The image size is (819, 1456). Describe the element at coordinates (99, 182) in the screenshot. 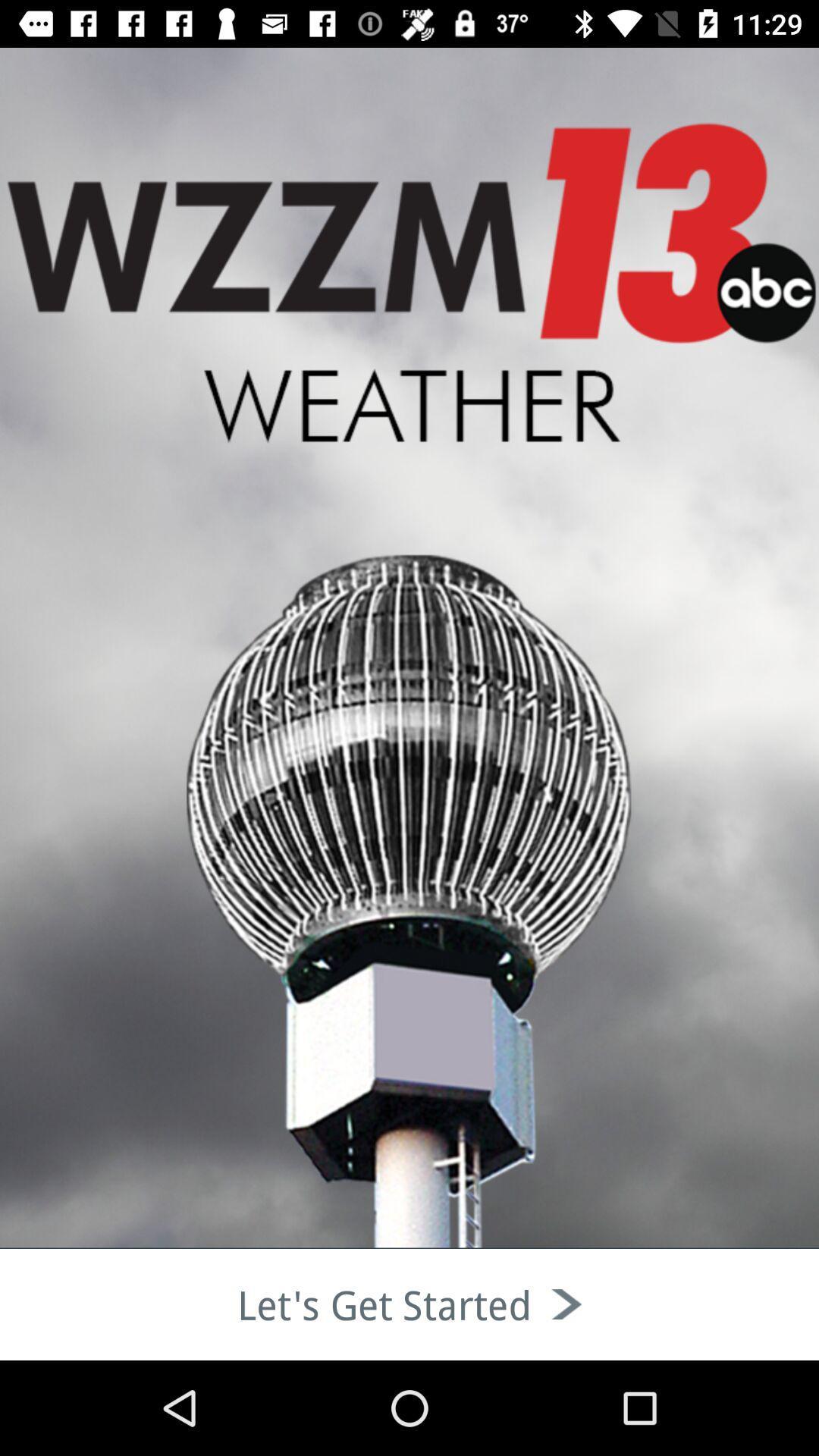

I see `the pause icon` at that location.